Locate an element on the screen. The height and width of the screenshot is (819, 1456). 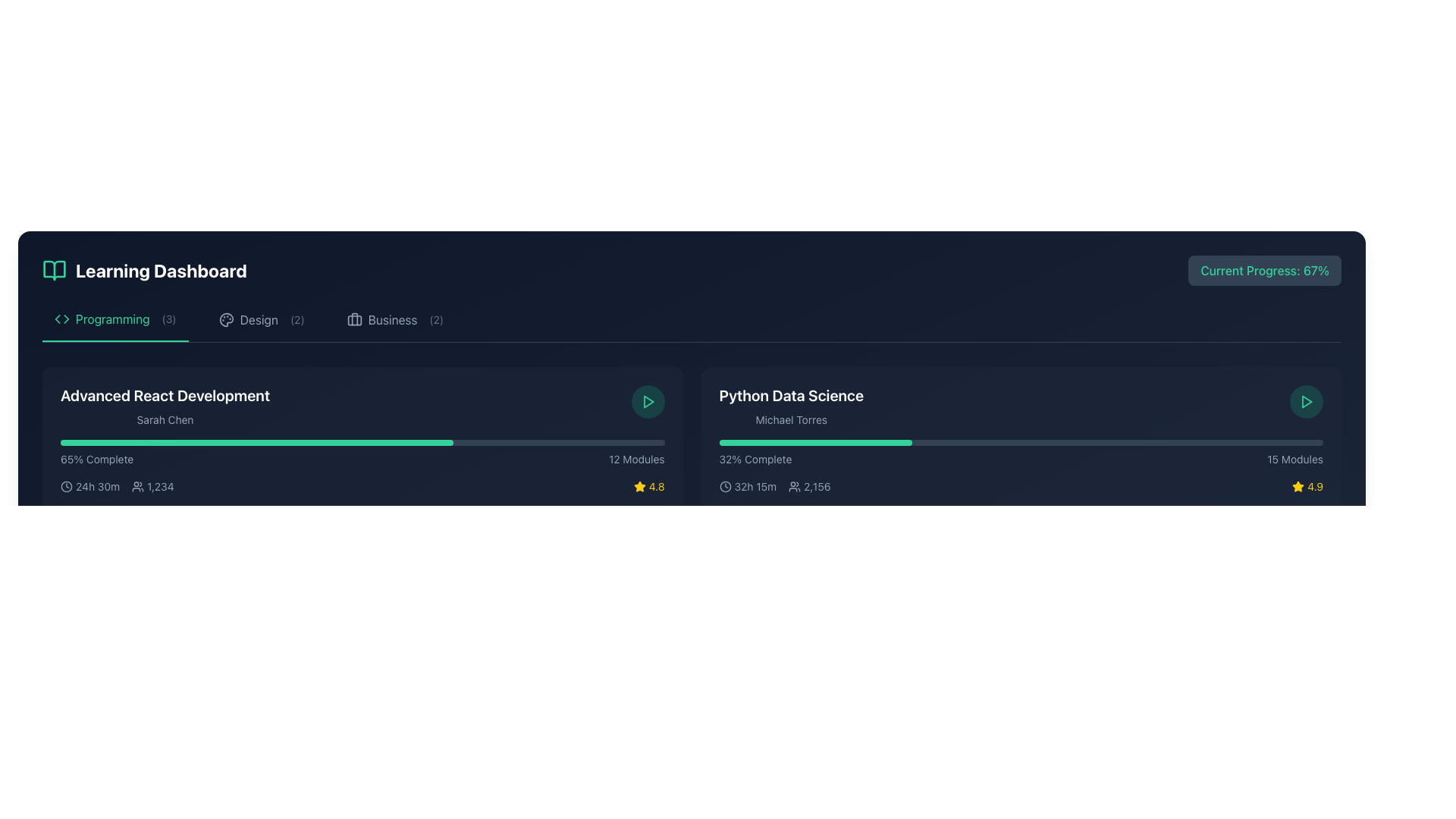
the star icon representing a rating for the associated course, located in the bottom-right corner of the second course module, next to the numerical rating '4.9' is located at coordinates (1298, 486).